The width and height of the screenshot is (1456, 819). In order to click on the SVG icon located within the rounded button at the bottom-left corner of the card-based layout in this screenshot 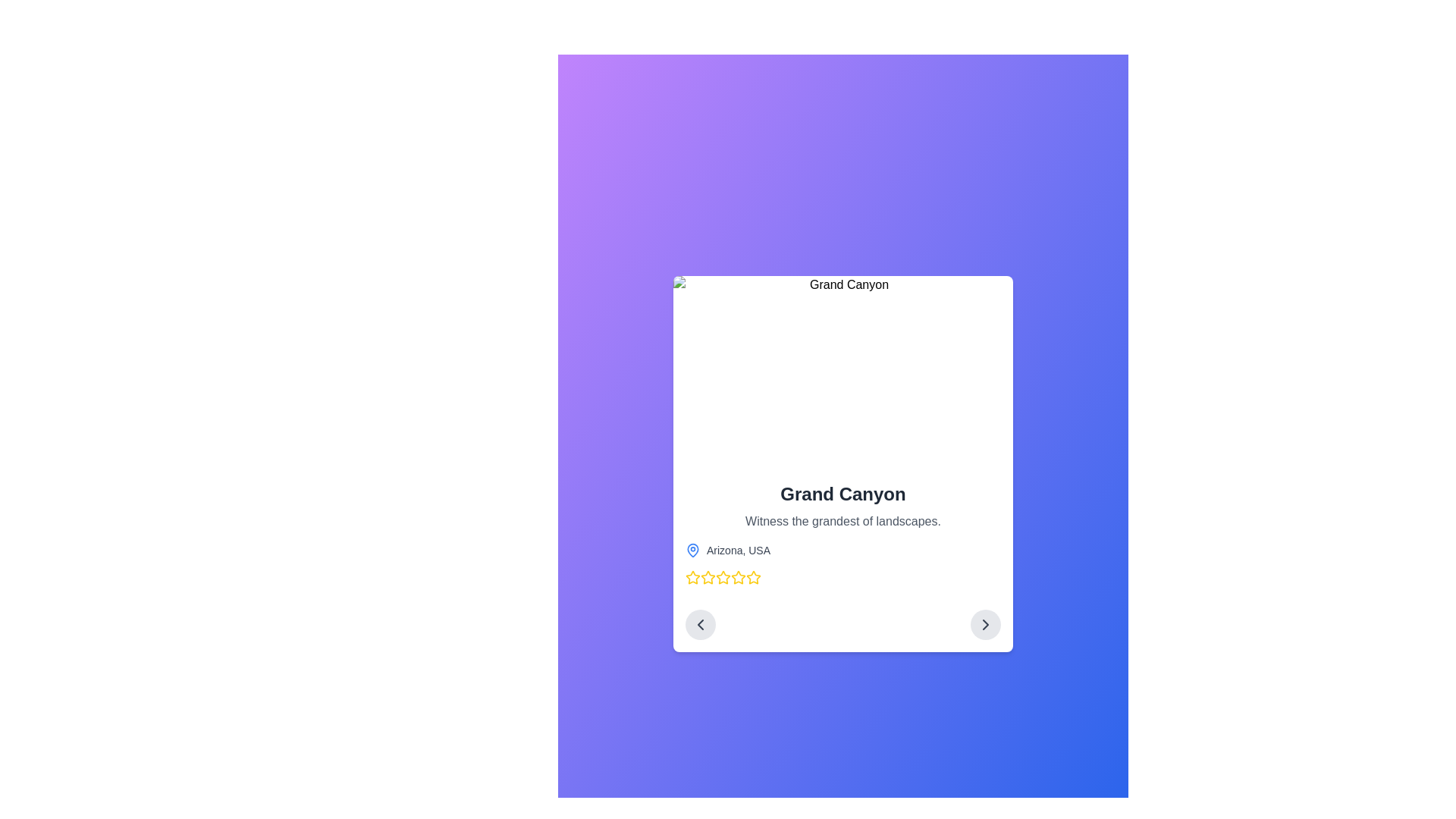, I will do `click(700, 625)`.